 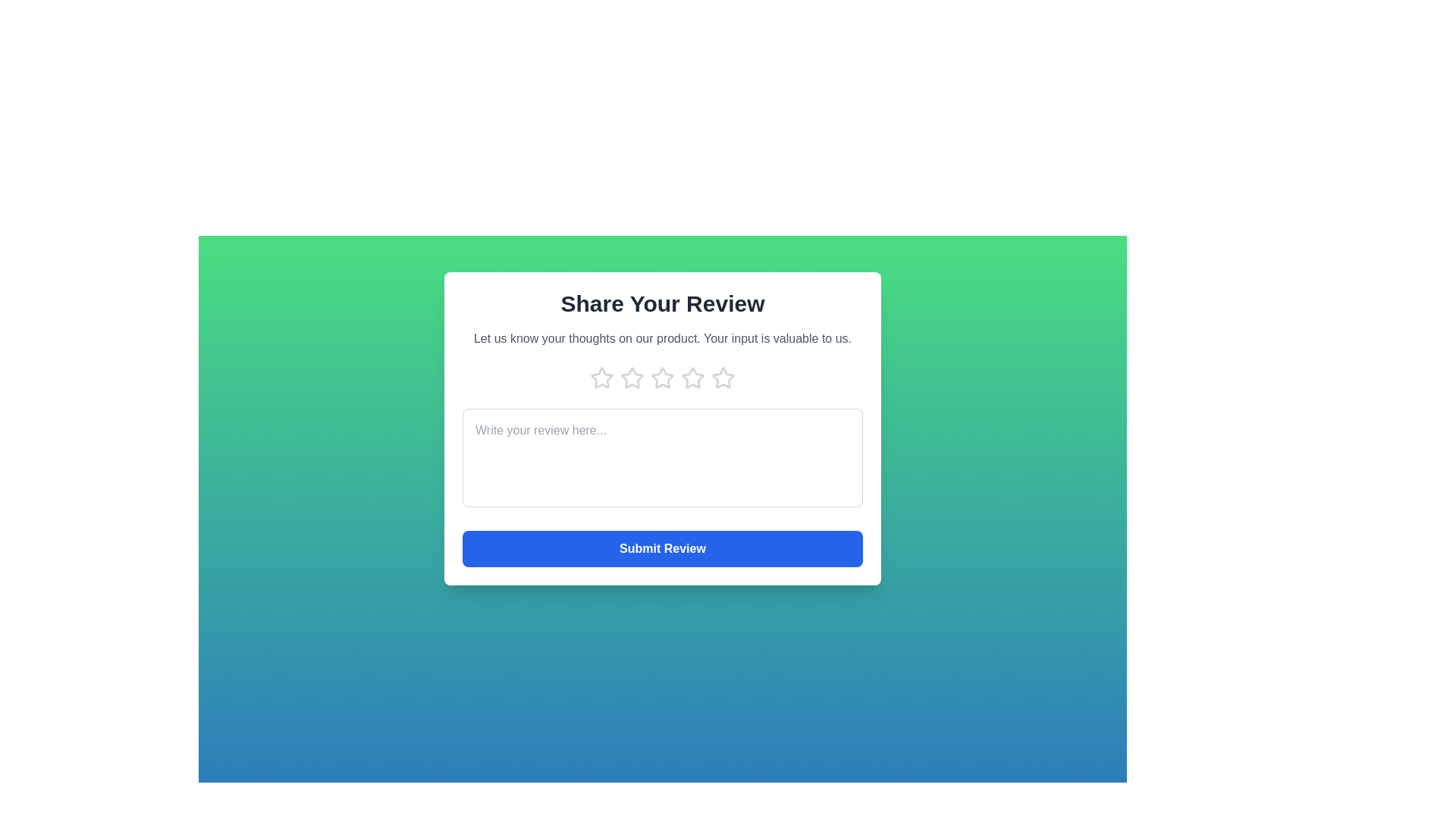 What do you see at coordinates (692, 377) in the screenshot?
I see `the product rating to 4 stars by clicking on the respective star` at bounding box center [692, 377].